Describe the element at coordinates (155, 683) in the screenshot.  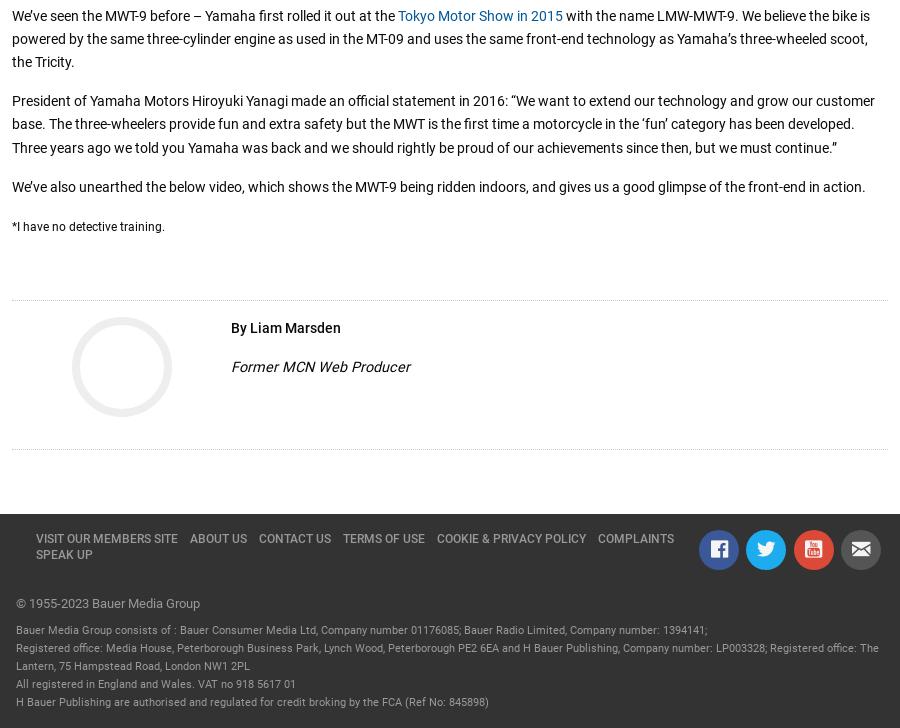
I see `'All registered in England and Wales.  VAT no 918 5617 01'` at that location.